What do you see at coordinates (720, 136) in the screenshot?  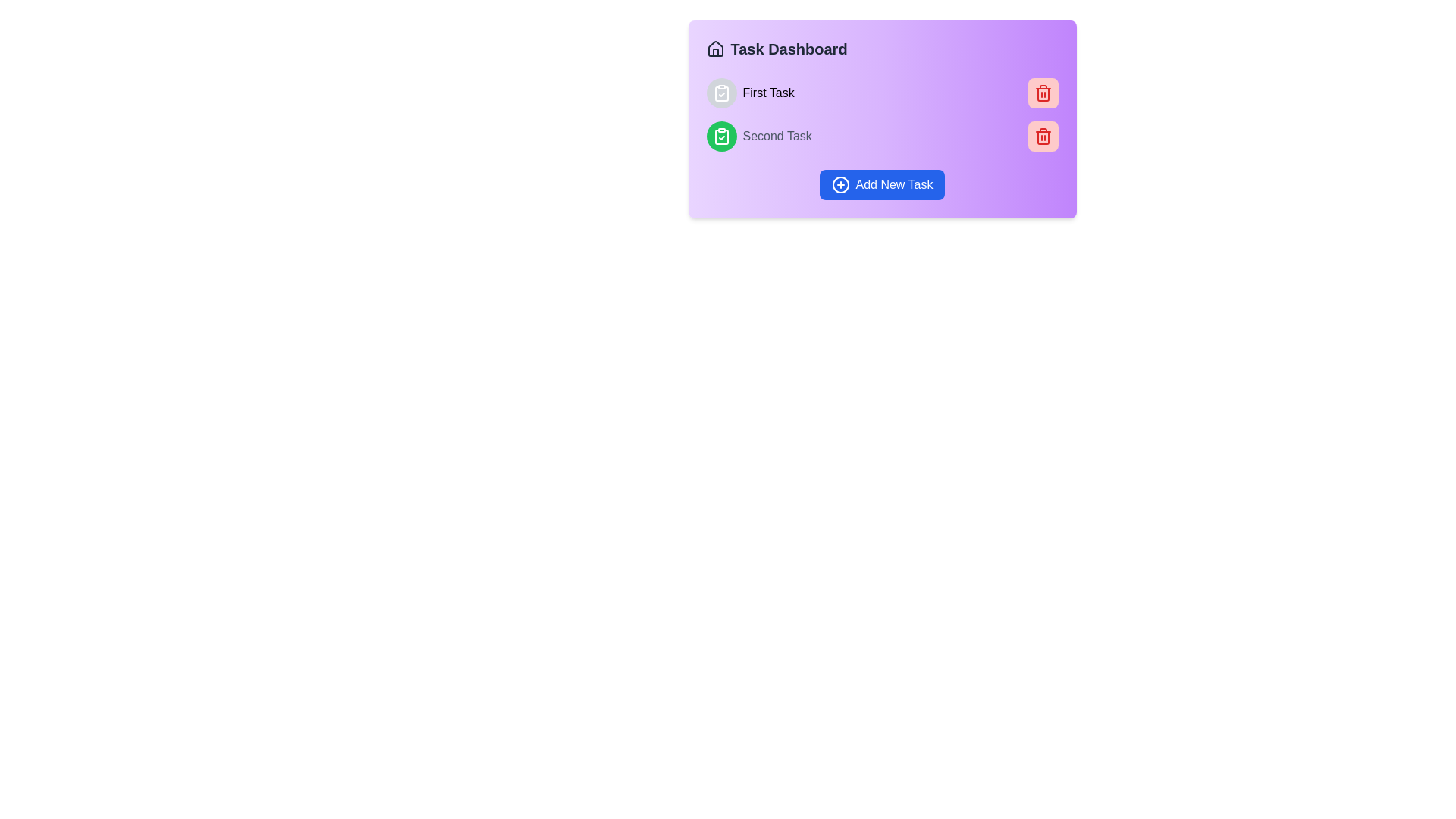 I see `the green circular clipboard icon with a checkmark located in the Task Dashboard section, adjacent to 'Second Task.'` at bounding box center [720, 136].